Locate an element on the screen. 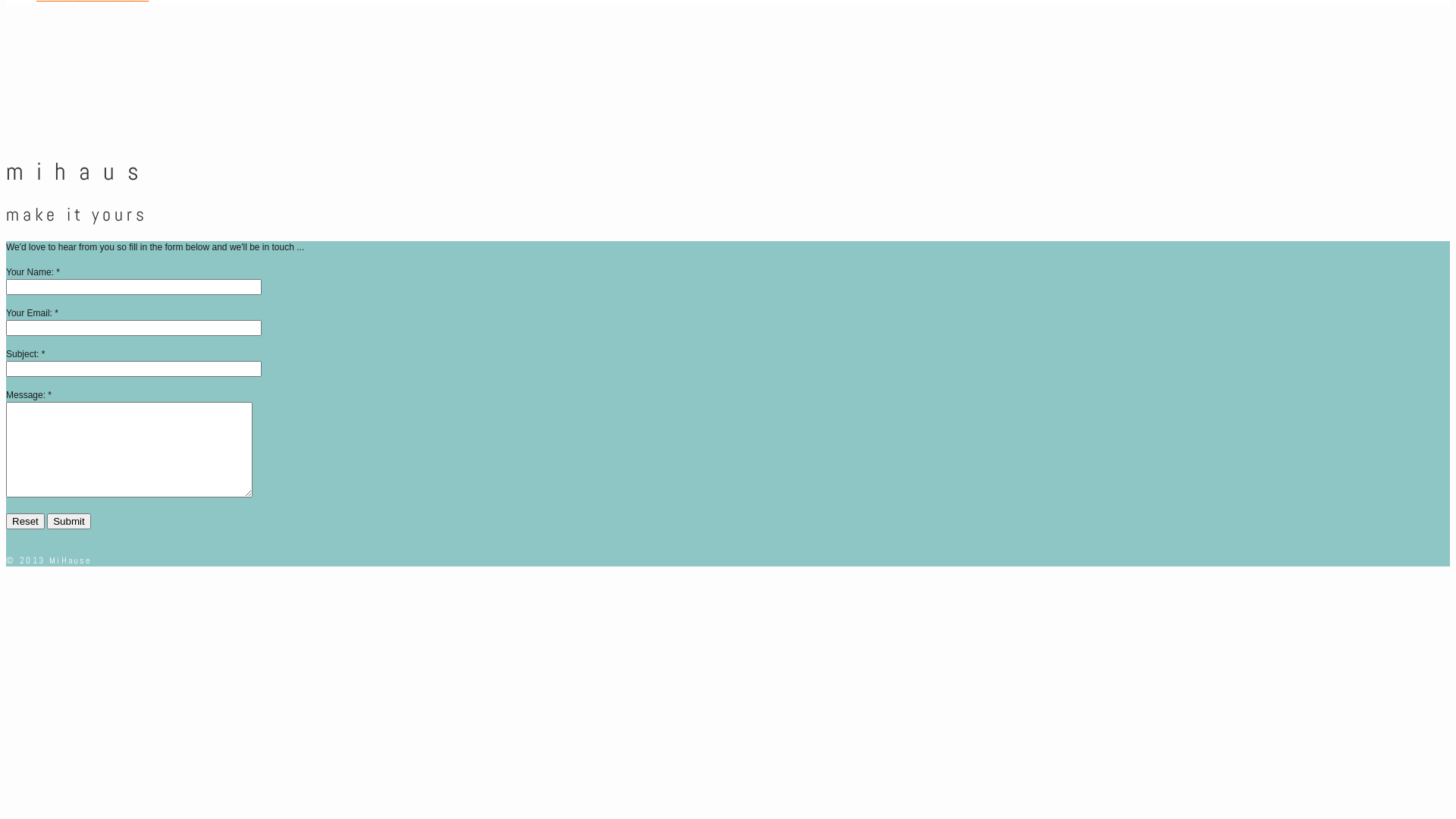 The height and width of the screenshot is (819, 1456). 'Submit' is located at coordinates (67, 520).